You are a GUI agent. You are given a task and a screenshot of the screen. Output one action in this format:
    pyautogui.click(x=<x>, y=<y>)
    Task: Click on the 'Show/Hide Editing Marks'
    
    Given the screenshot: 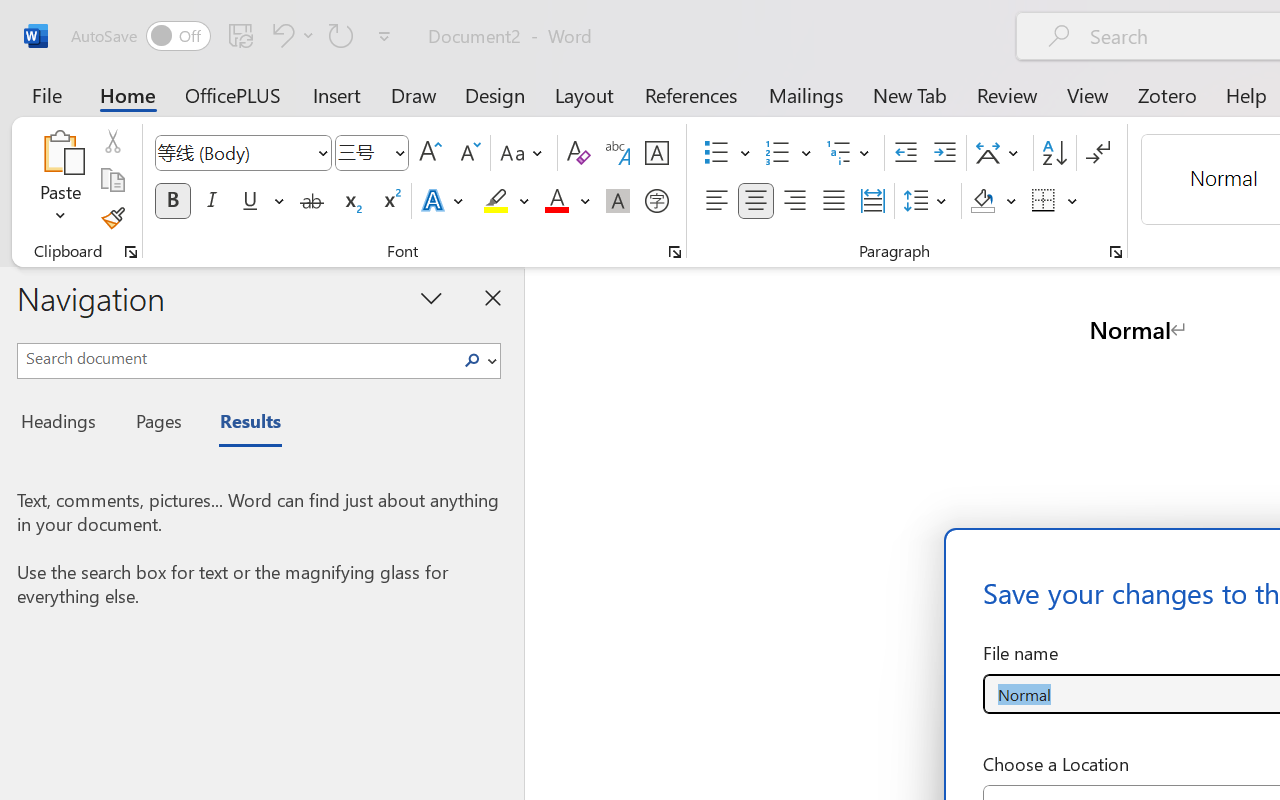 What is the action you would take?
    pyautogui.click(x=1097, y=153)
    